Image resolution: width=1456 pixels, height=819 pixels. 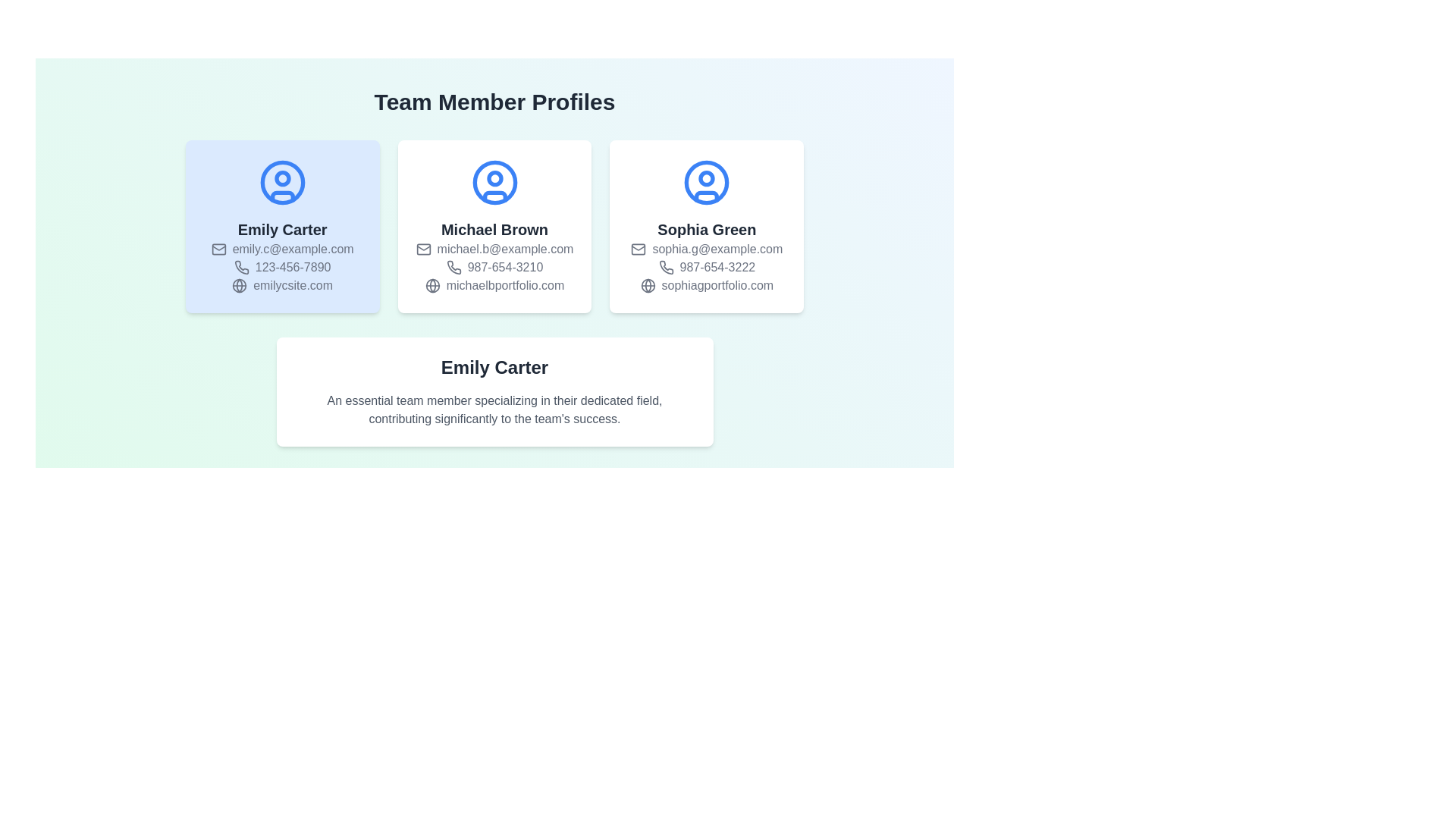 I want to click on the decorative circle SVG element within the profile icon of 'Sophia Green' located above the associated text content, so click(x=706, y=177).